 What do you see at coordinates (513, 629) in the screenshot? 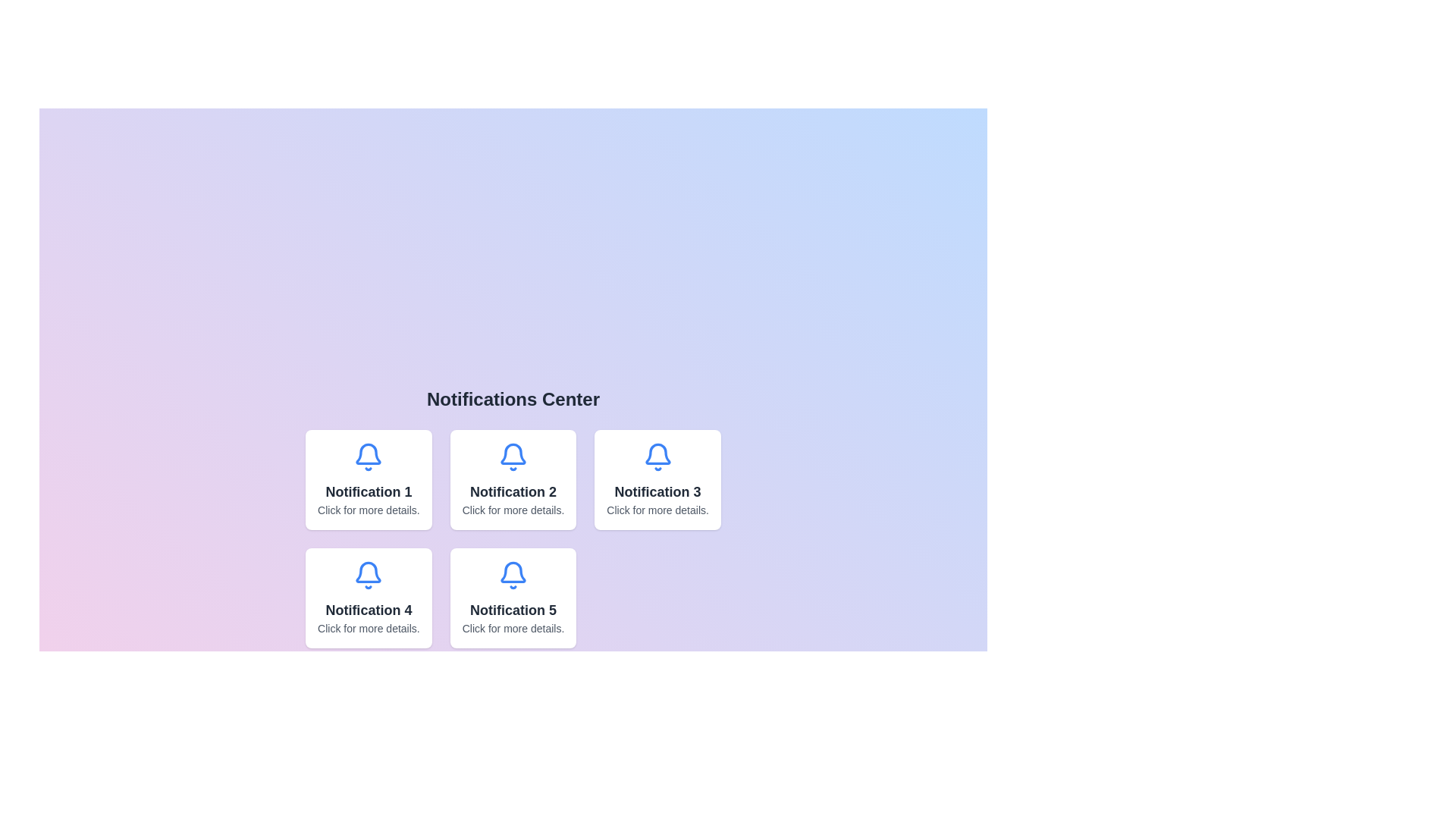
I see `text label that says 'Click for more details.' which is located at the bottom of the notification card titled 'Notification 5'` at bounding box center [513, 629].